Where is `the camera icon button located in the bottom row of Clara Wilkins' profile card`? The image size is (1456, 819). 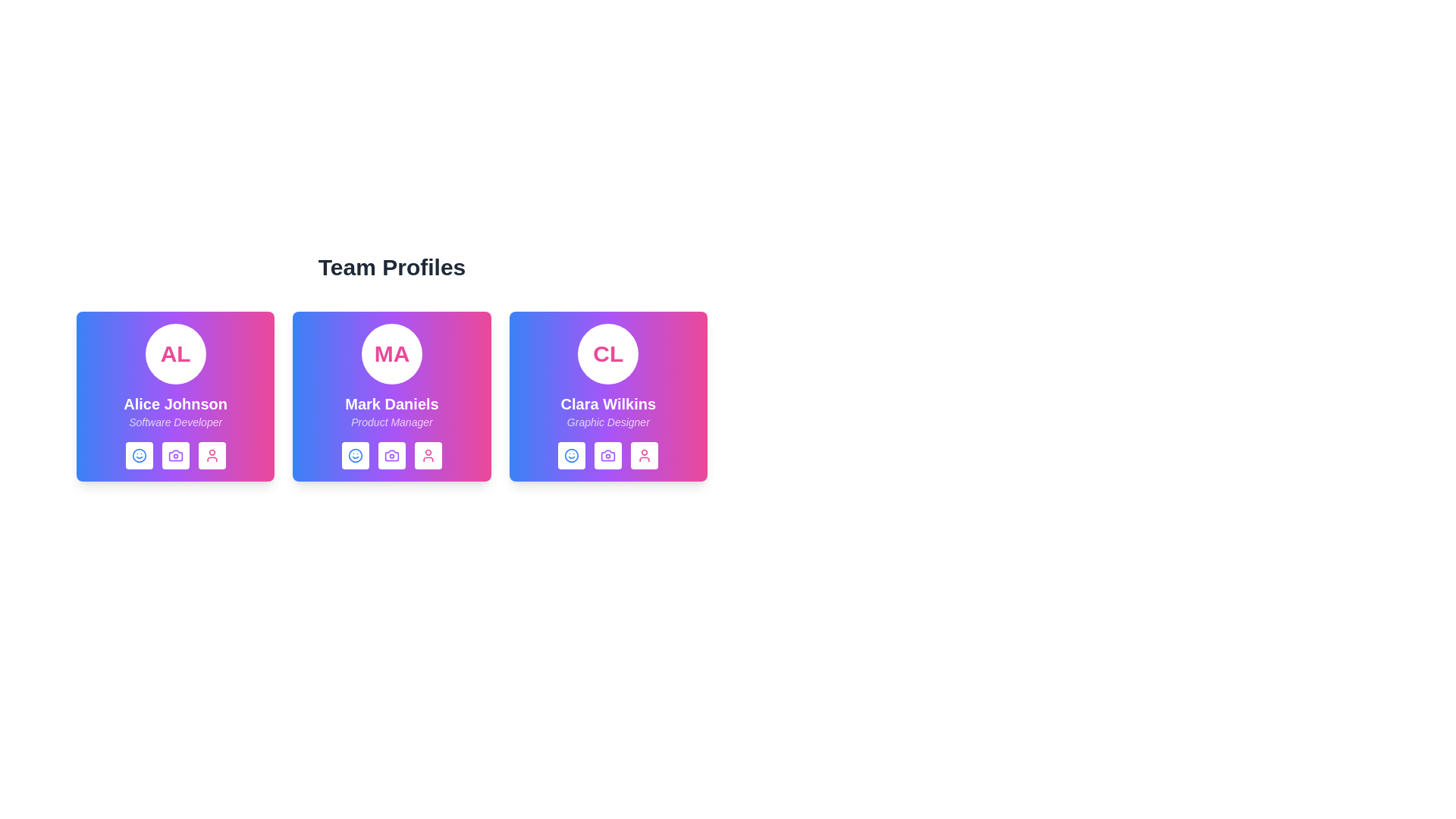 the camera icon button located in the bottom row of Clara Wilkins' profile card is located at coordinates (608, 455).